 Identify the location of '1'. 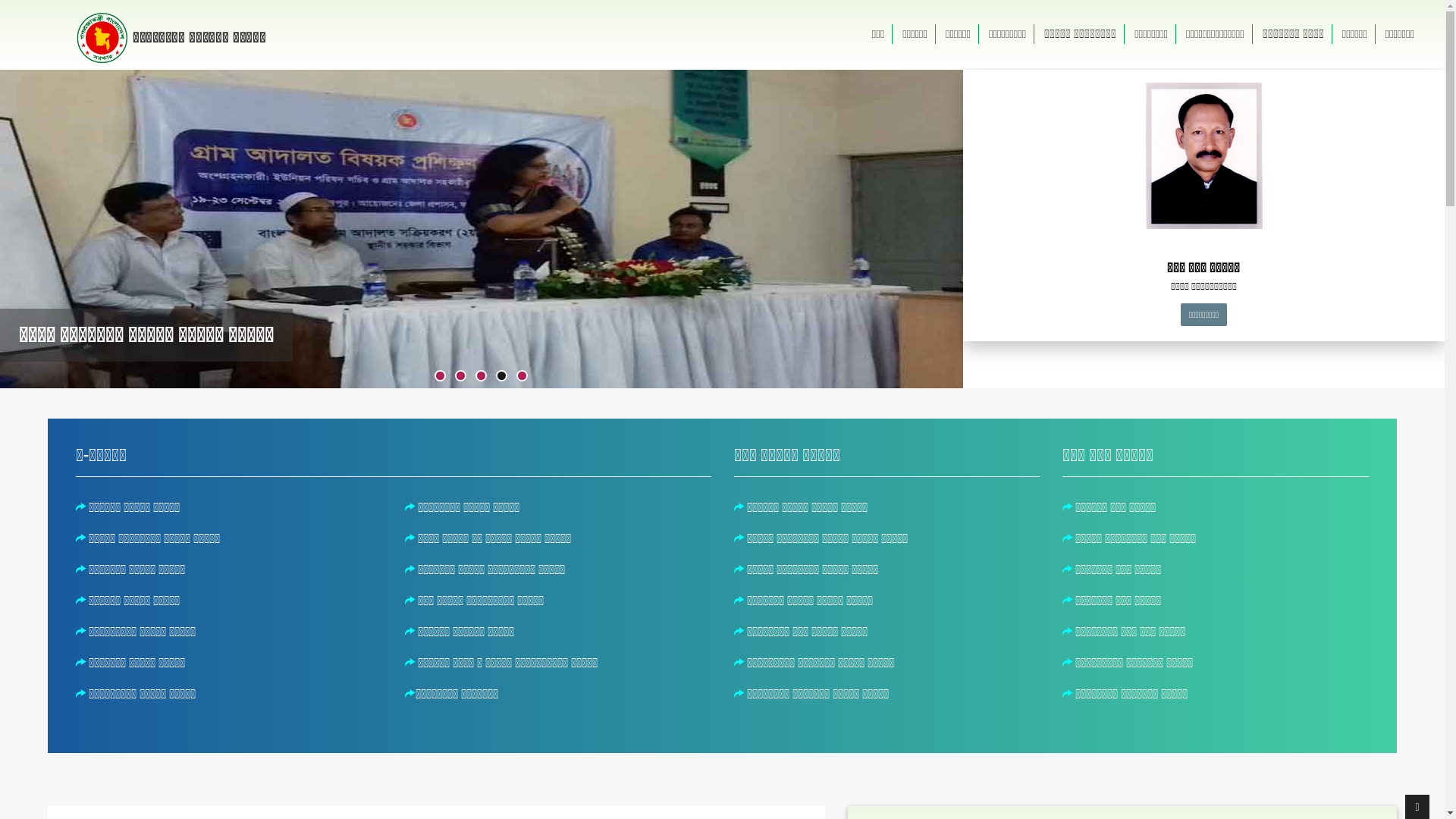
(439, 375).